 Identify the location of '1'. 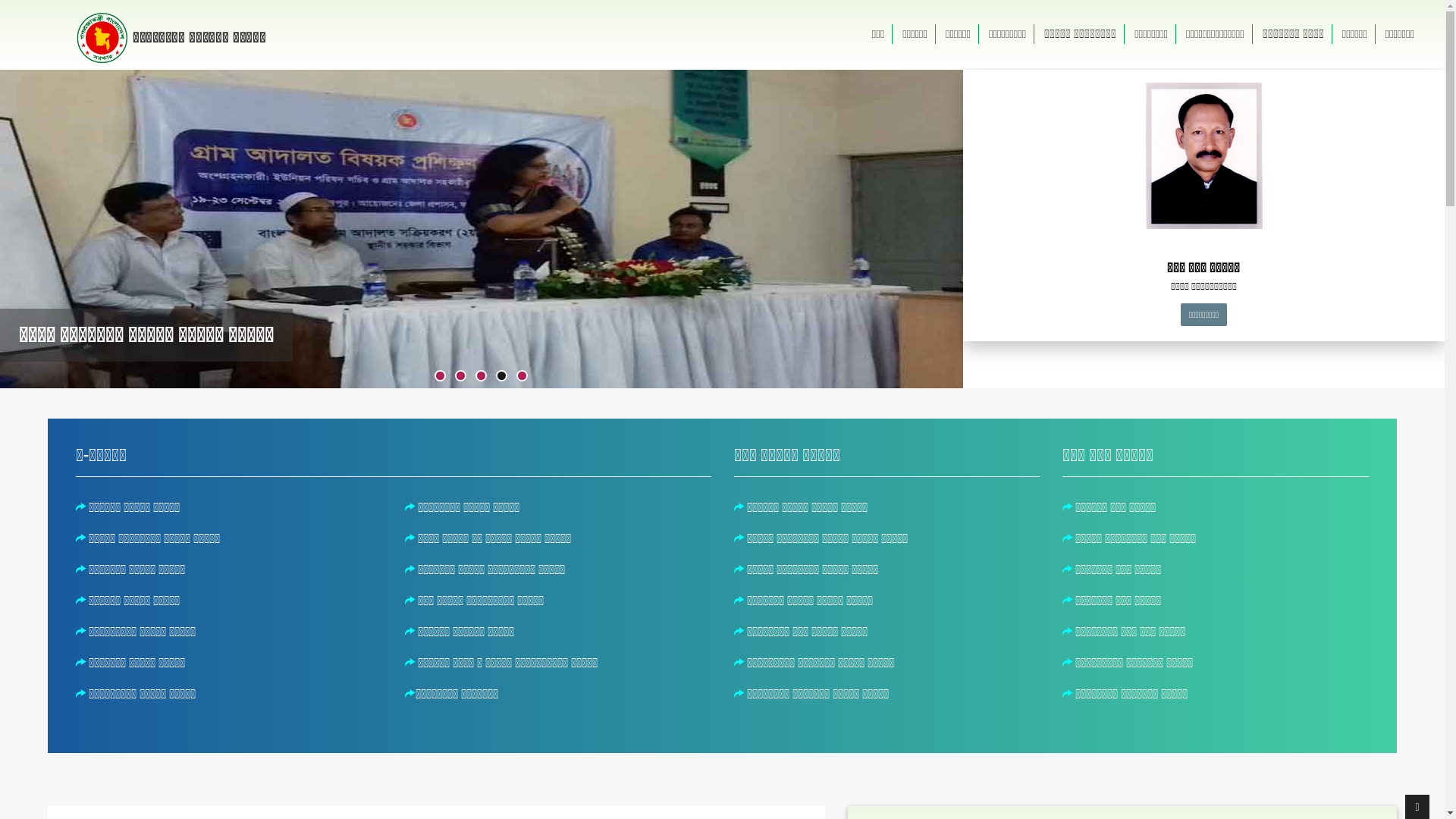
(439, 375).